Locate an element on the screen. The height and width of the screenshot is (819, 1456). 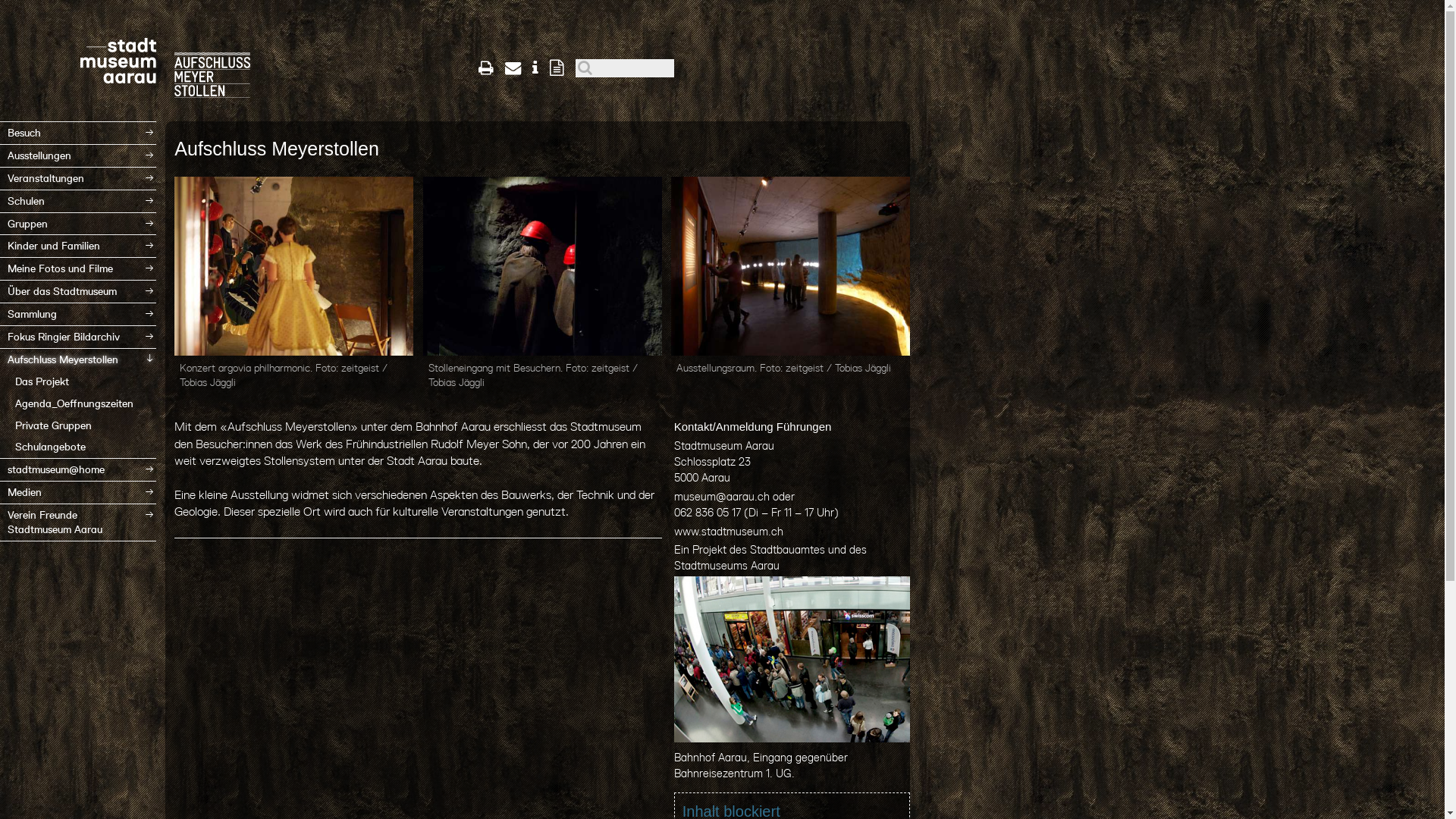
'Agenda_Oeffnungszeiten' is located at coordinates (77, 403).